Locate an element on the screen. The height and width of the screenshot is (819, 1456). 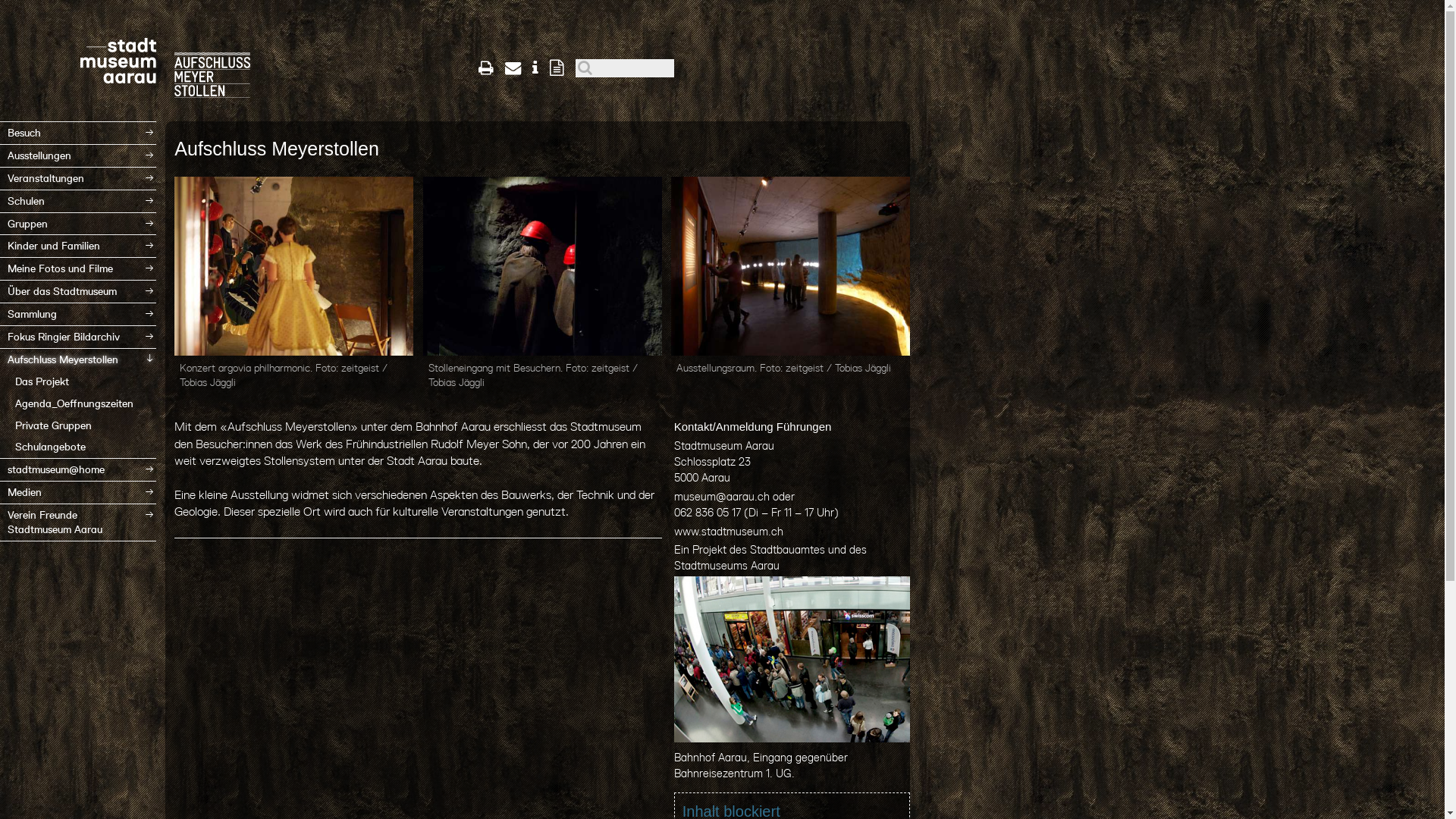
'Agenda_Oeffnungszeiten' is located at coordinates (77, 403).